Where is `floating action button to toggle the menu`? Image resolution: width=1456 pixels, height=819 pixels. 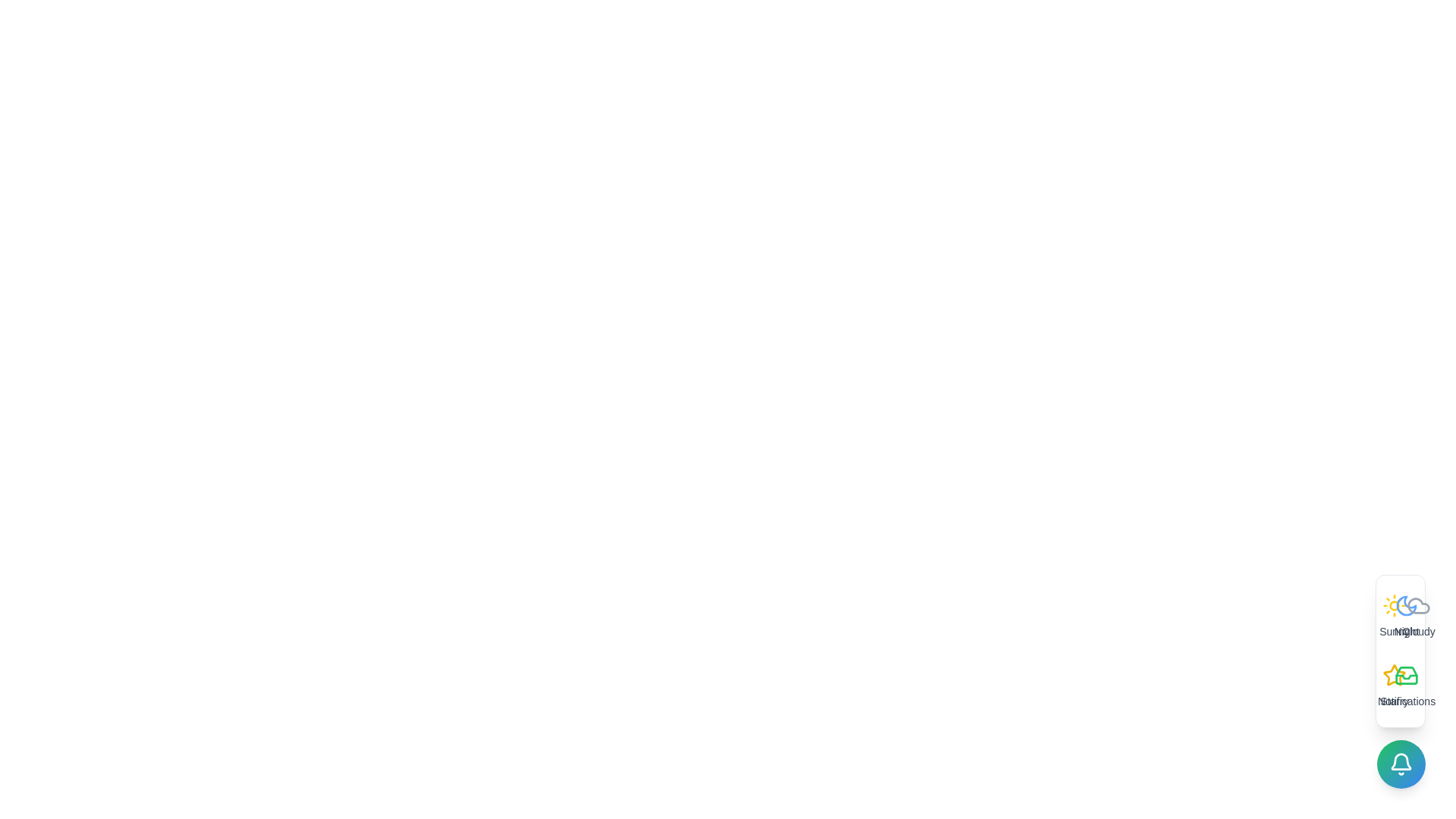 floating action button to toggle the menu is located at coordinates (1401, 764).